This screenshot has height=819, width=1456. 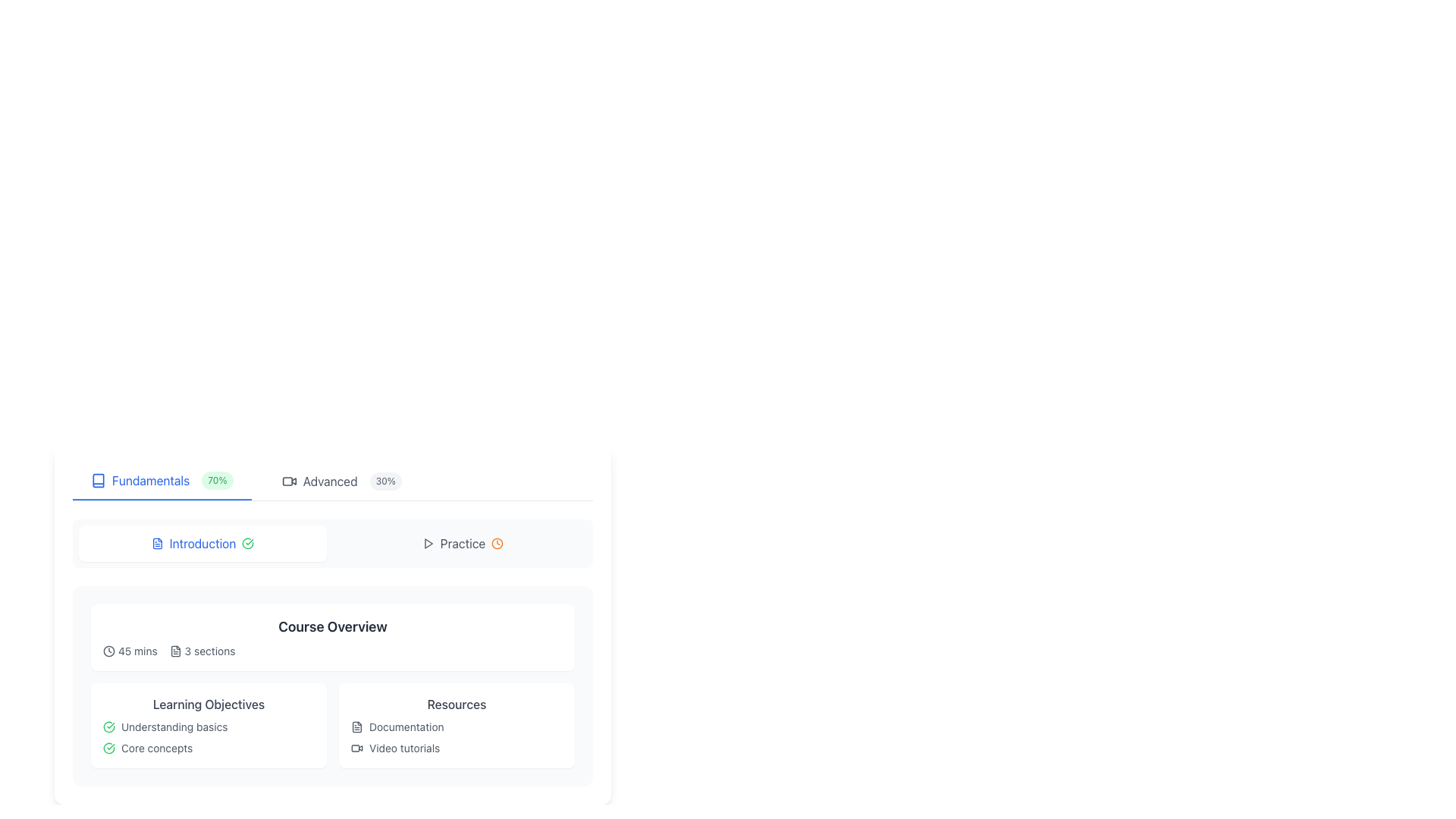 What do you see at coordinates (108, 748) in the screenshot?
I see `the green checkmark icon in the 'Core concepts' row, which indicates completion or approval` at bounding box center [108, 748].